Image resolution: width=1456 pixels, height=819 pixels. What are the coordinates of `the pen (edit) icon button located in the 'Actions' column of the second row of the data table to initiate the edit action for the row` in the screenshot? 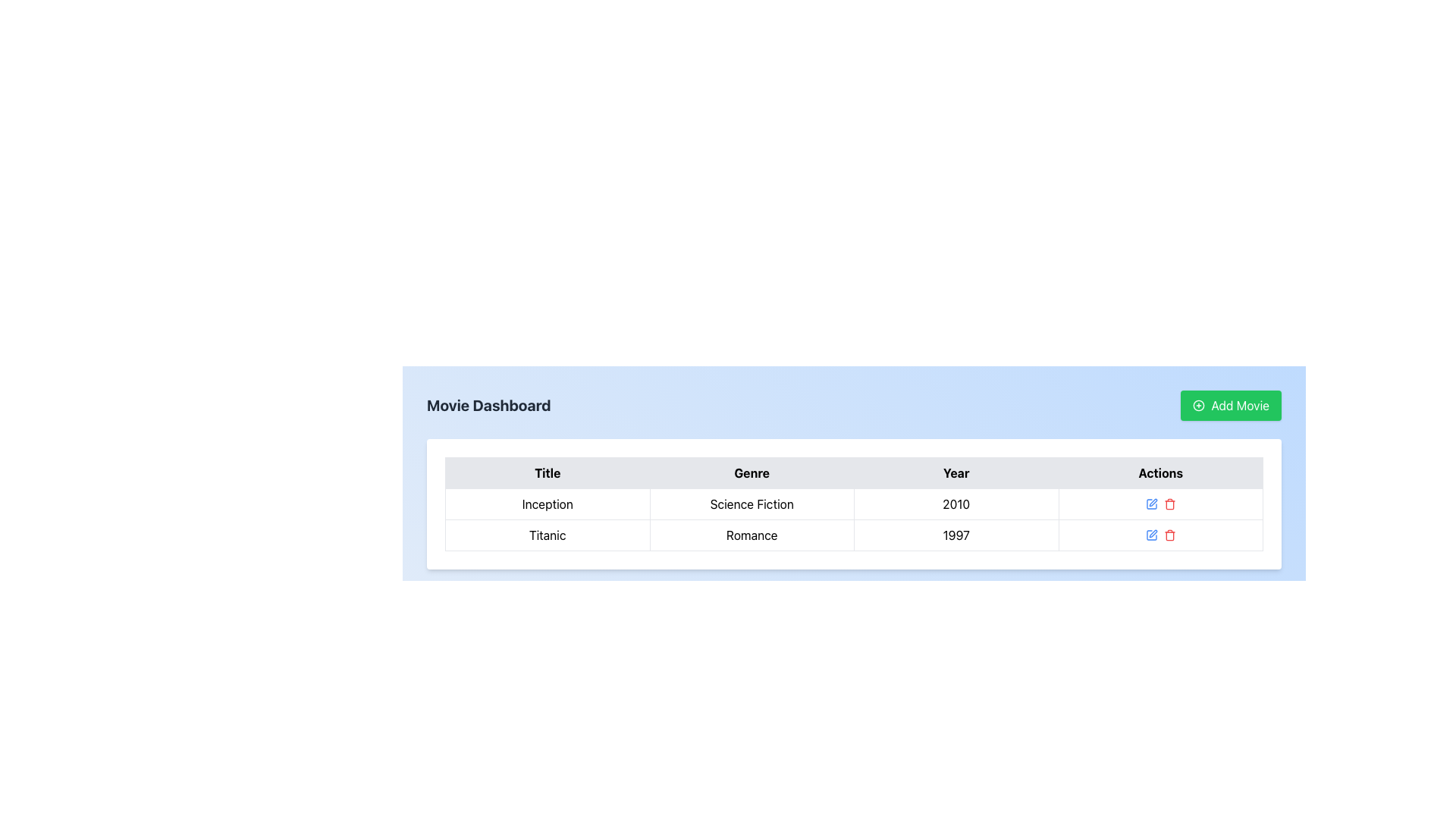 It's located at (1151, 504).